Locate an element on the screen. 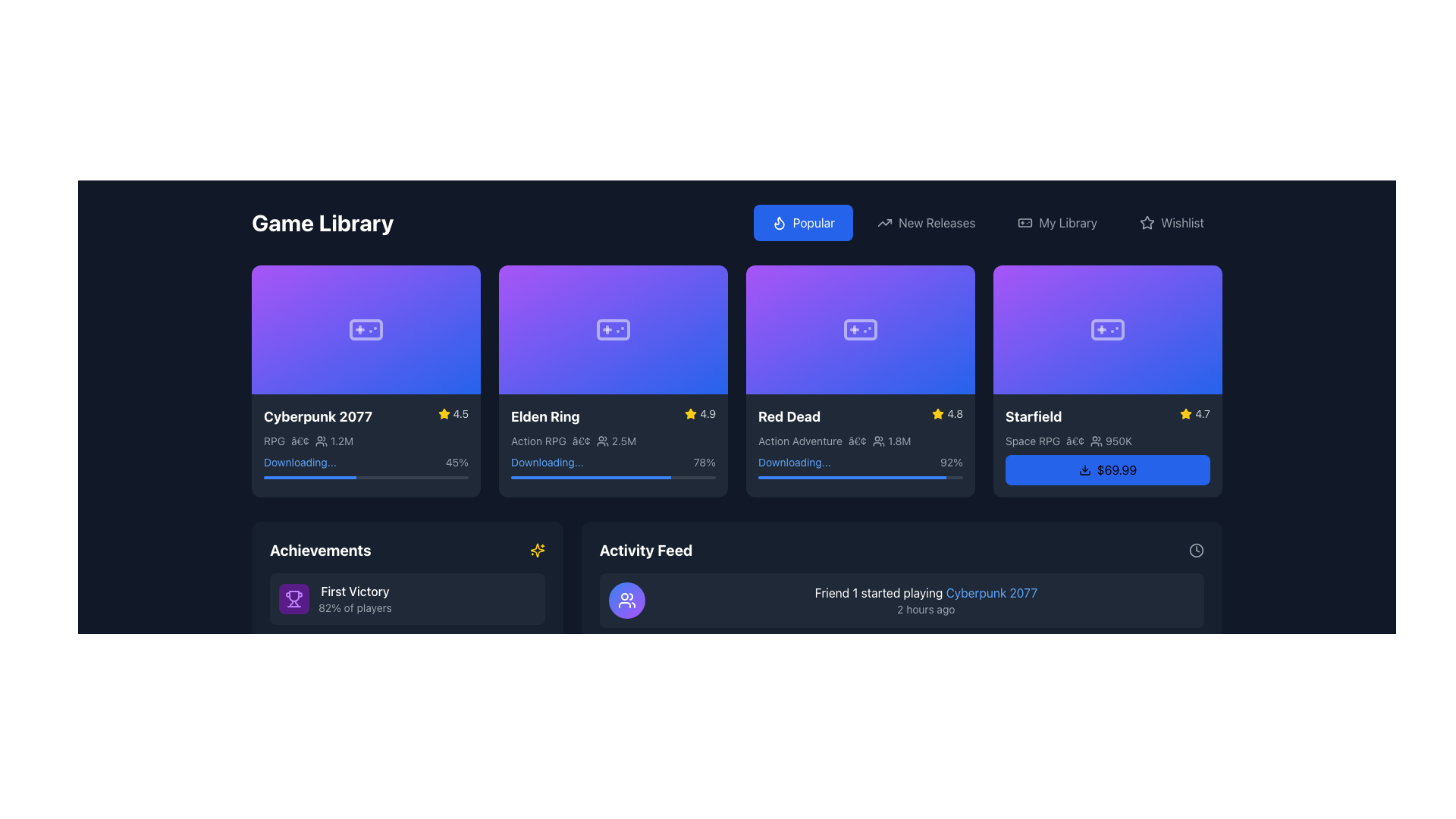  the rating icon located on the top-right of the 'Cyberpunk 2077' card in the Game Library section, positioned to the left of the numeric rating value '4.5' is located at coordinates (443, 413).